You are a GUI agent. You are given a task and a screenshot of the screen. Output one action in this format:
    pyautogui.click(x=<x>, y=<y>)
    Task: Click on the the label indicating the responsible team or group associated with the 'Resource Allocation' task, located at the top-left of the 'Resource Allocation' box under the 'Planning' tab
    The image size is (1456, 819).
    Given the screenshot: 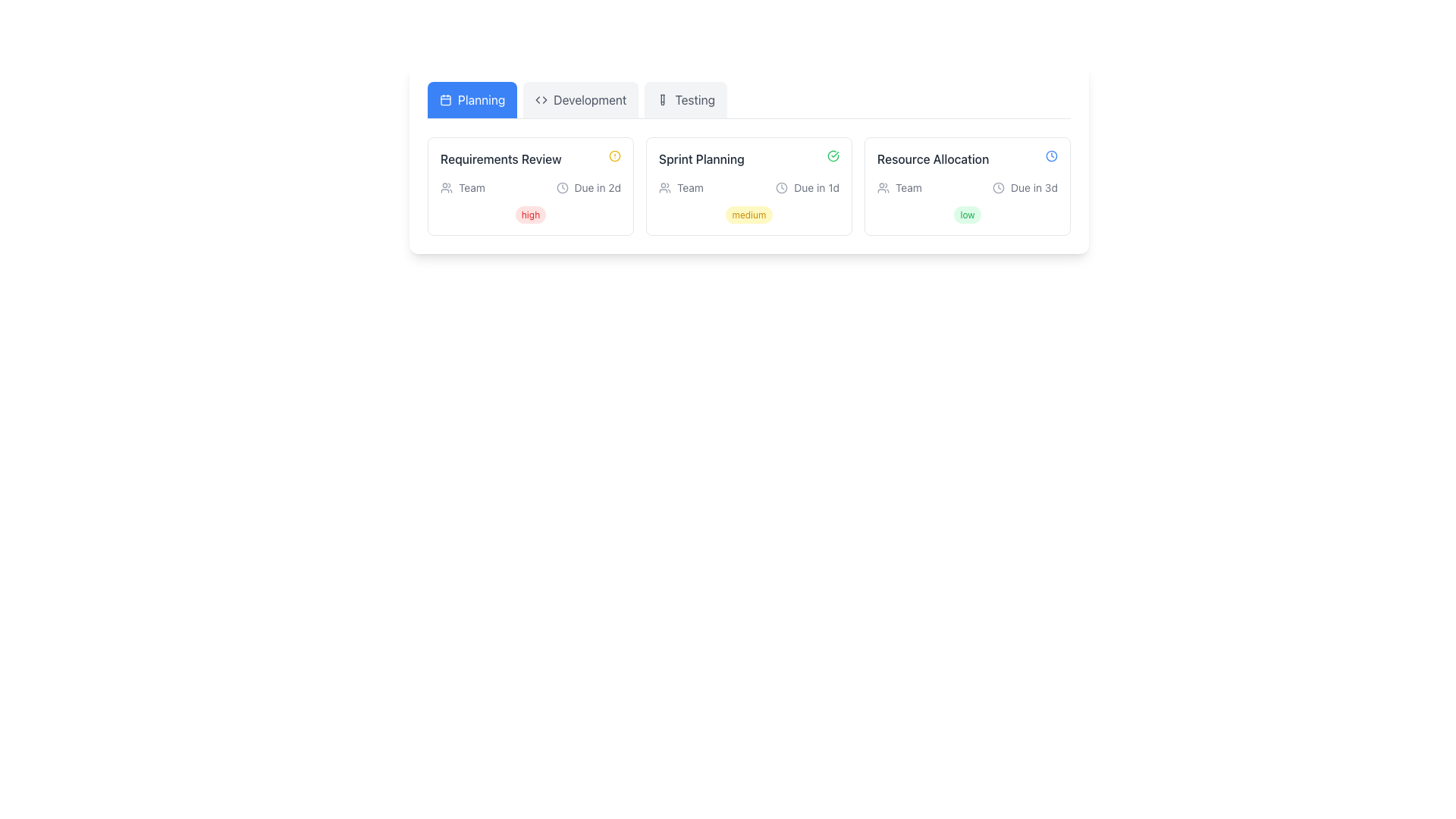 What is the action you would take?
    pyautogui.click(x=899, y=187)
    